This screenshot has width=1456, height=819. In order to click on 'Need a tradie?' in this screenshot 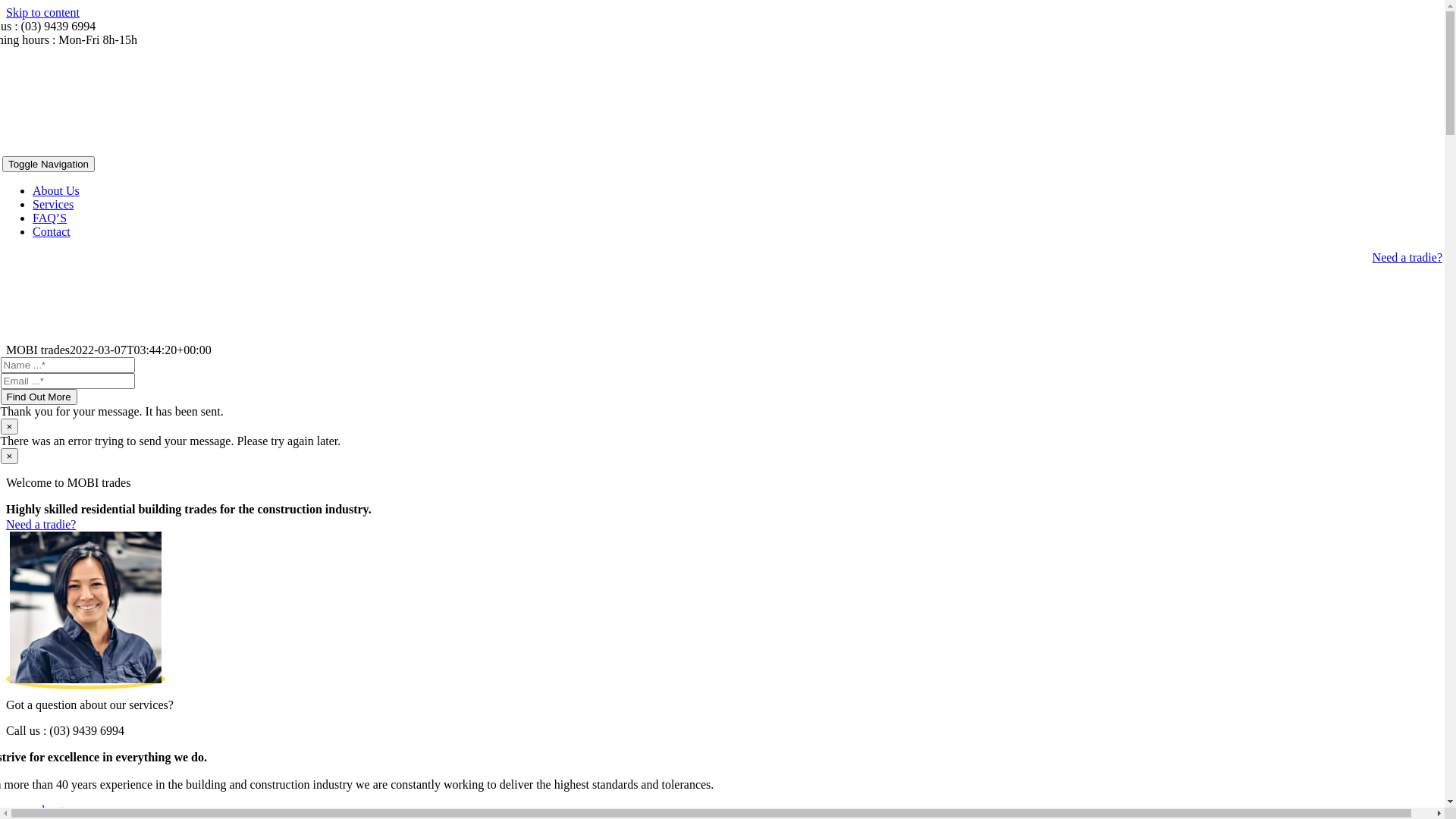, I will do `click(40, 523)`.